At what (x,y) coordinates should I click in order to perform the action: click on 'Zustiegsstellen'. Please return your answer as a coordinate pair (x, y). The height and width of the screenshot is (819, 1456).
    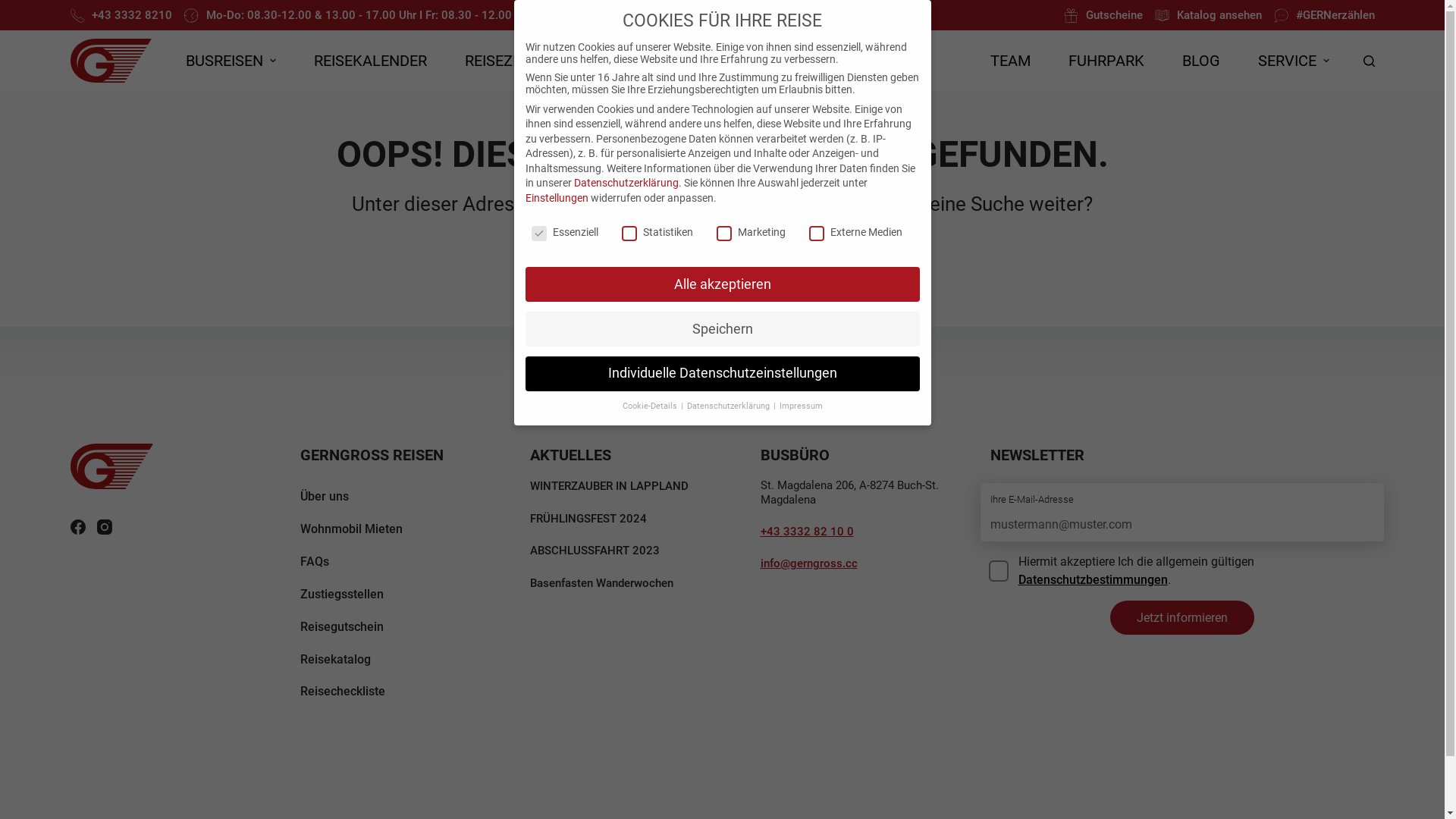
    Looking at the image, I should click on (300, 593).